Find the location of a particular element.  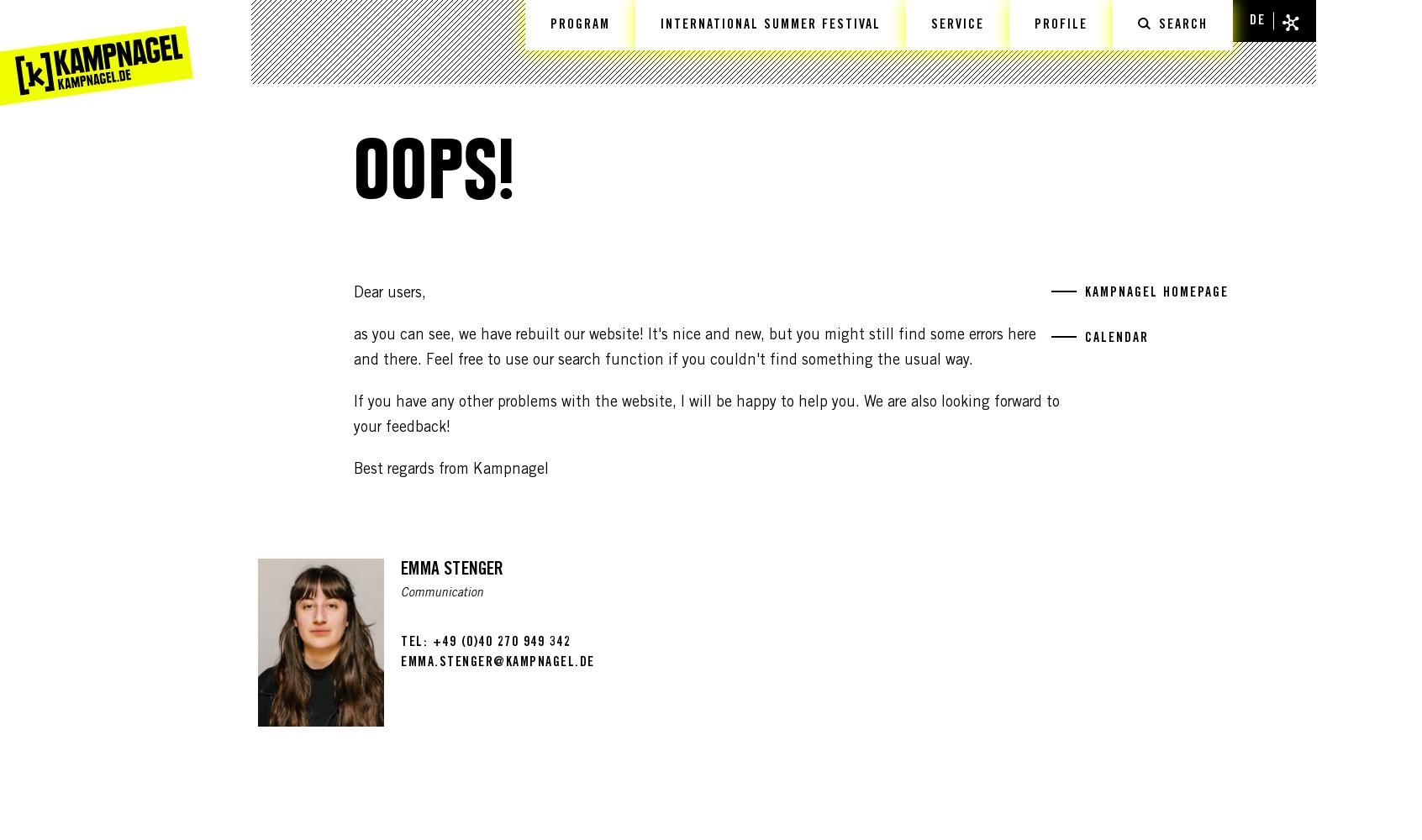

'If you have any other problems with the website, I will be happy to help you. We are also looking forward to your feedback!' is located at coordinates (706, 415).